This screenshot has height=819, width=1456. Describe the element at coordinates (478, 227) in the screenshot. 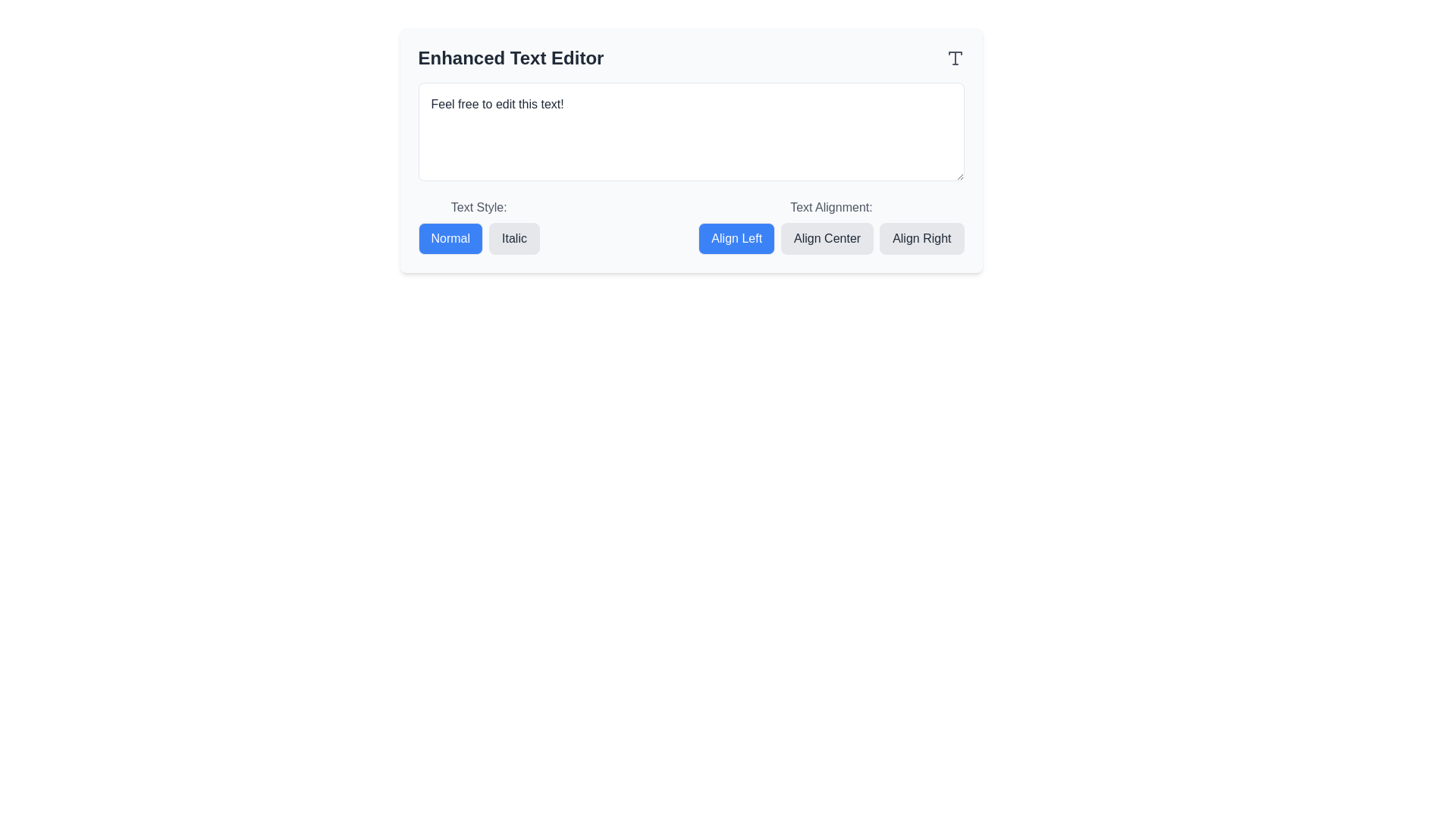

I see `the first button labeled 'Normal' in the 'Text Style' section, which has a blue background and white text` at that location.